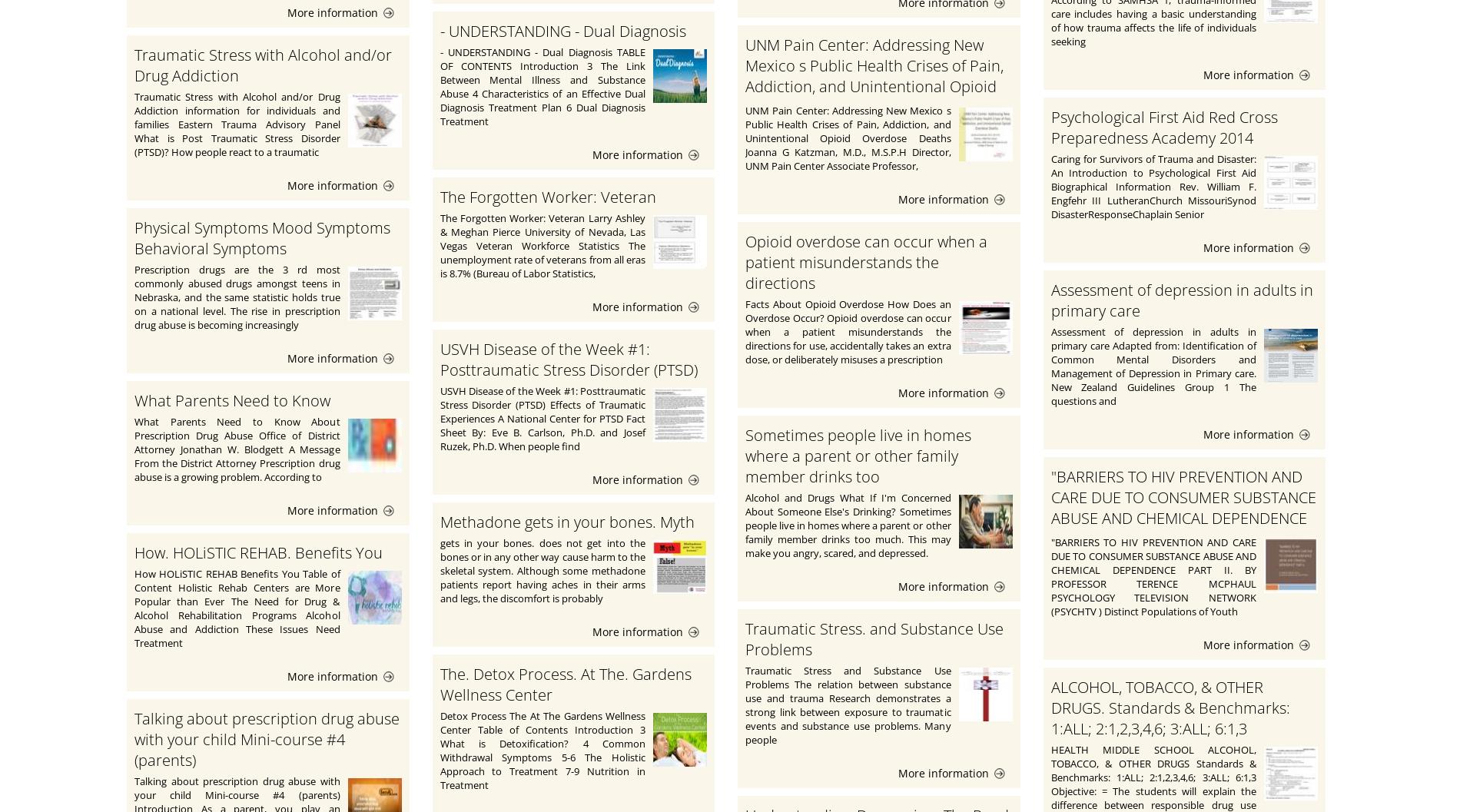 This screenshot has width=1460, height=812. Describe the element at coordinates (848, 705) in the screenshot. I see `'Traumatic Stress and Substance Use Problems The relation between substance use and trauma Research demonstrates a strong link between exposure to traumatic events and substance use problems. Many people'` at that location.